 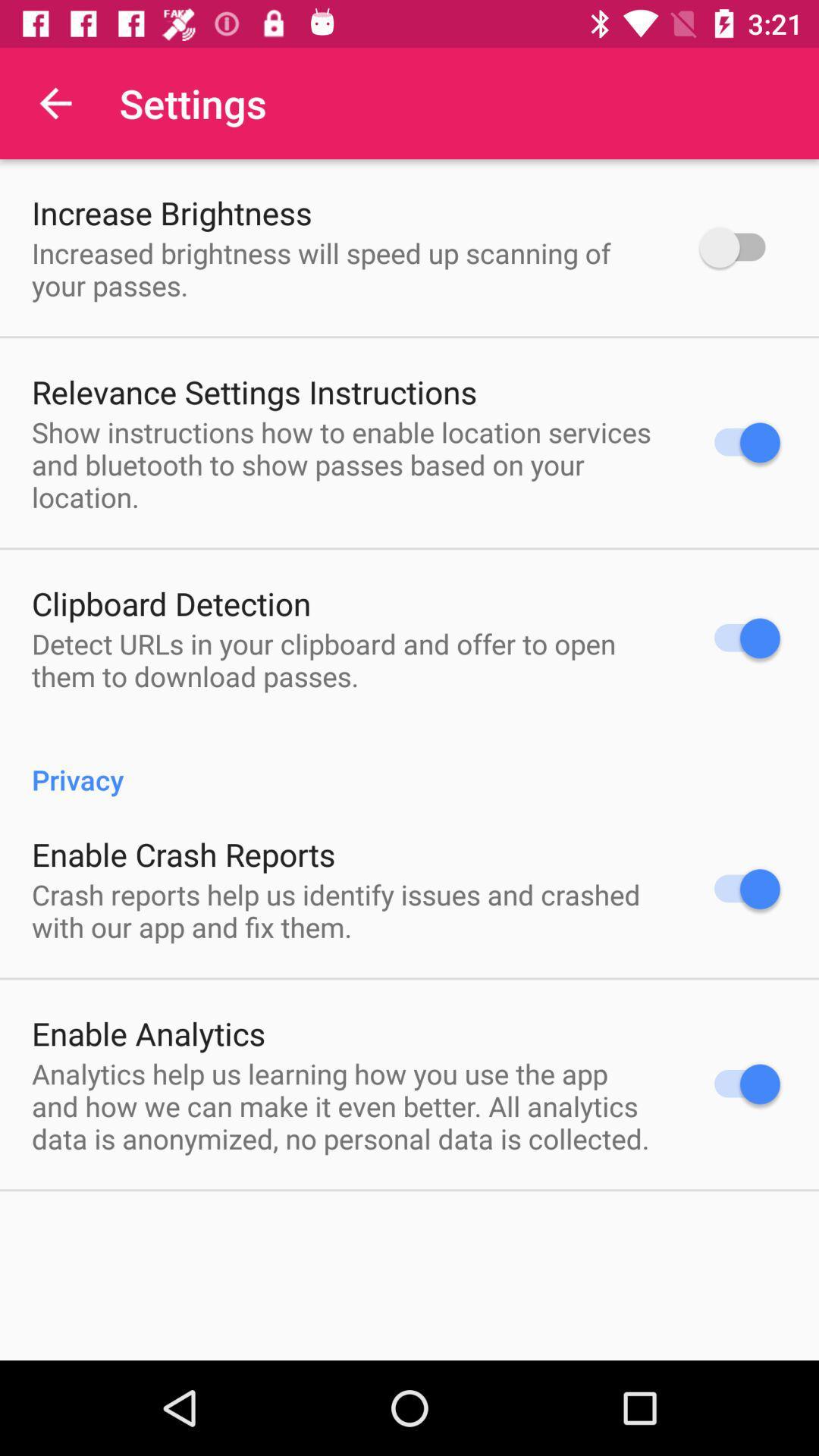 I want to click on relevance settings instructions, so click(x=253, y=391).